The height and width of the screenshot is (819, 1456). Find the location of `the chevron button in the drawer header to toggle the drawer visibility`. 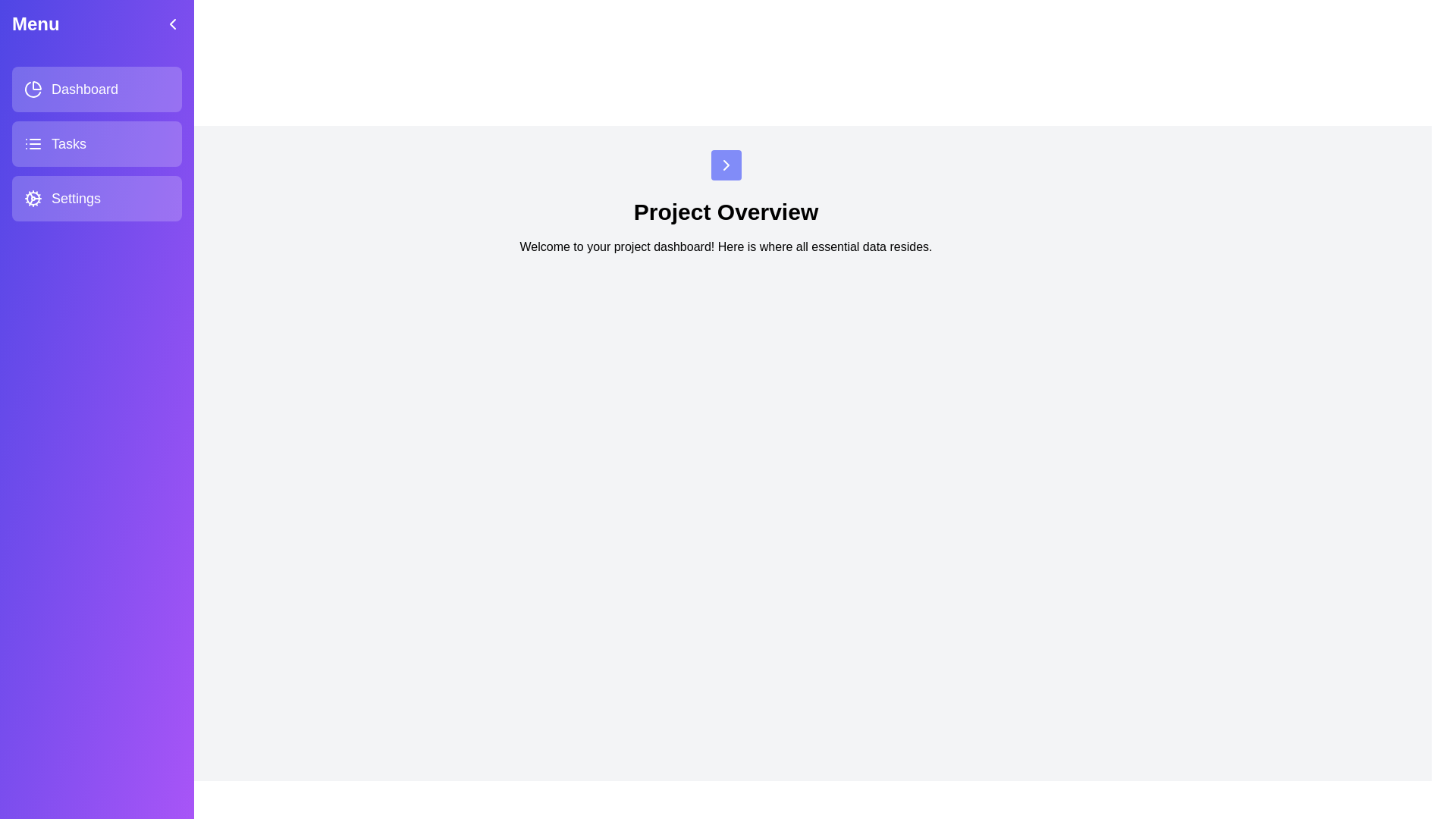

the chevron button in the drawer header to toggle the drawer visibility is located at coordinates (172, 24).